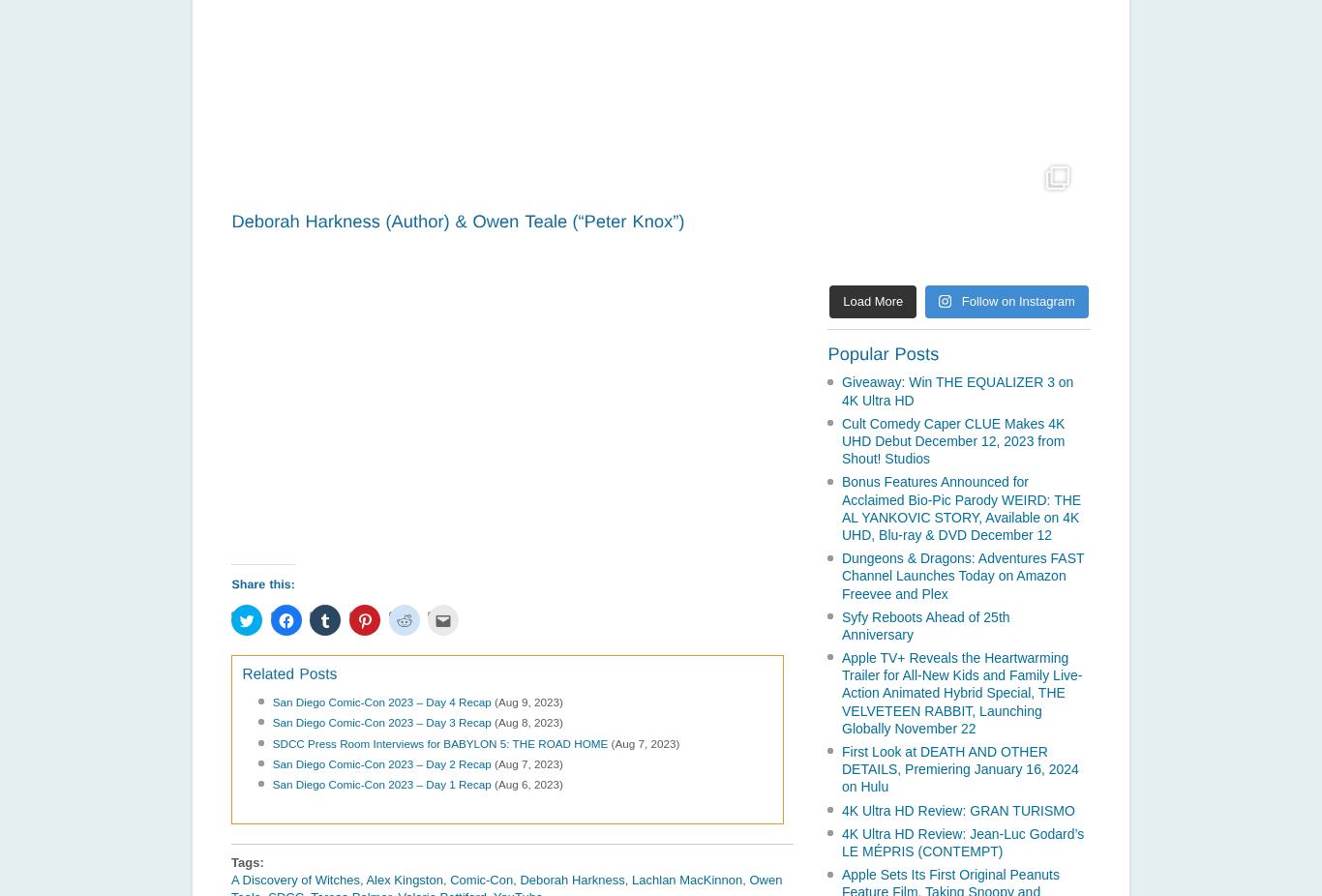 This screenshot has height=896, width=1322. Describe the element at coordinates (962, 841) in the screenshot. I see `'4K Ultra HD Review: Jean-Luc Godard’s LE MÉPRIS (CONTEMPT)'` at that location.